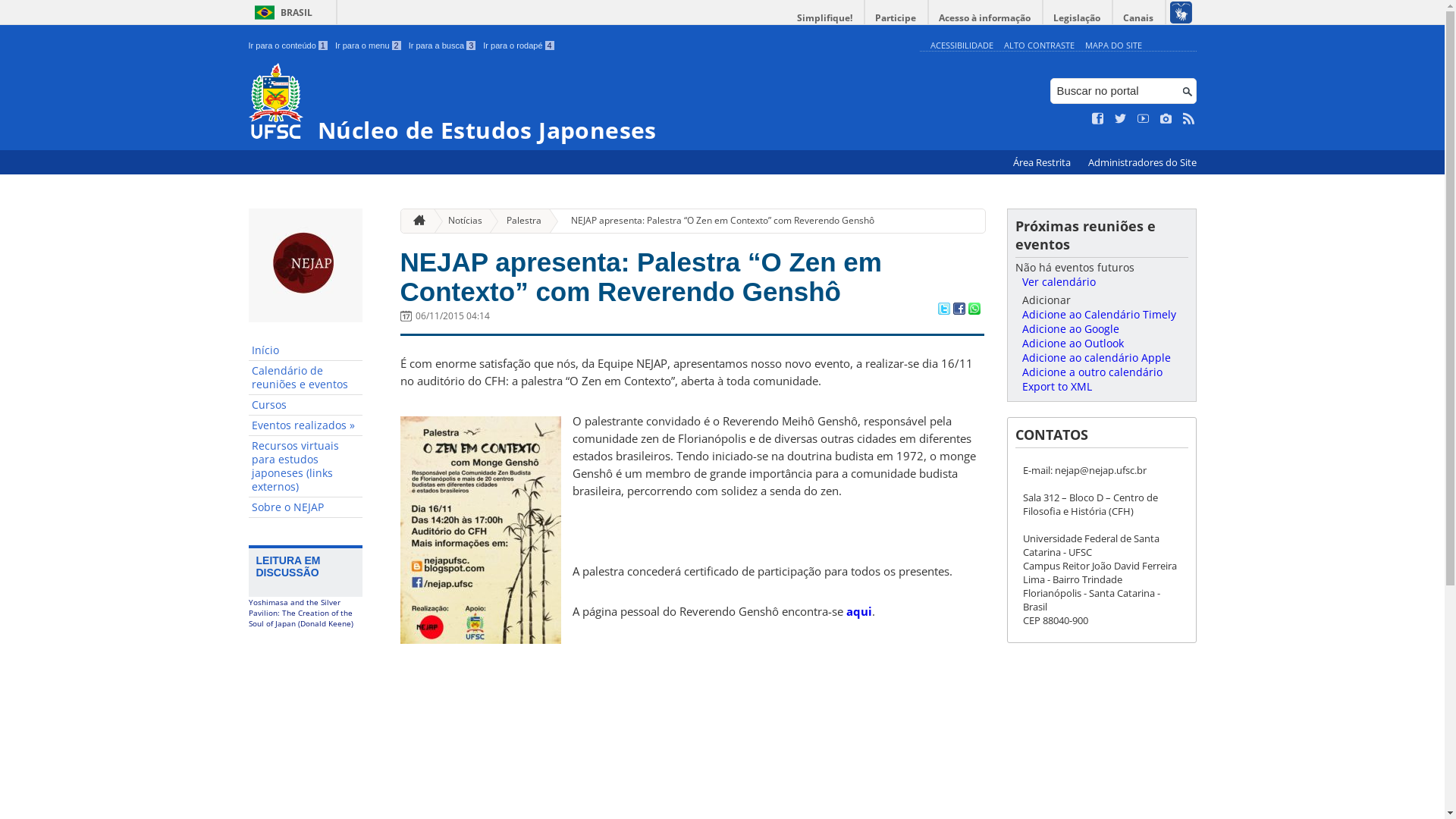 This screenshot has height=819, width=1456. Describe the element at coordinates (1004, 44) in the screenshot. I see `'ALTO CONTRASTE'` at that location.